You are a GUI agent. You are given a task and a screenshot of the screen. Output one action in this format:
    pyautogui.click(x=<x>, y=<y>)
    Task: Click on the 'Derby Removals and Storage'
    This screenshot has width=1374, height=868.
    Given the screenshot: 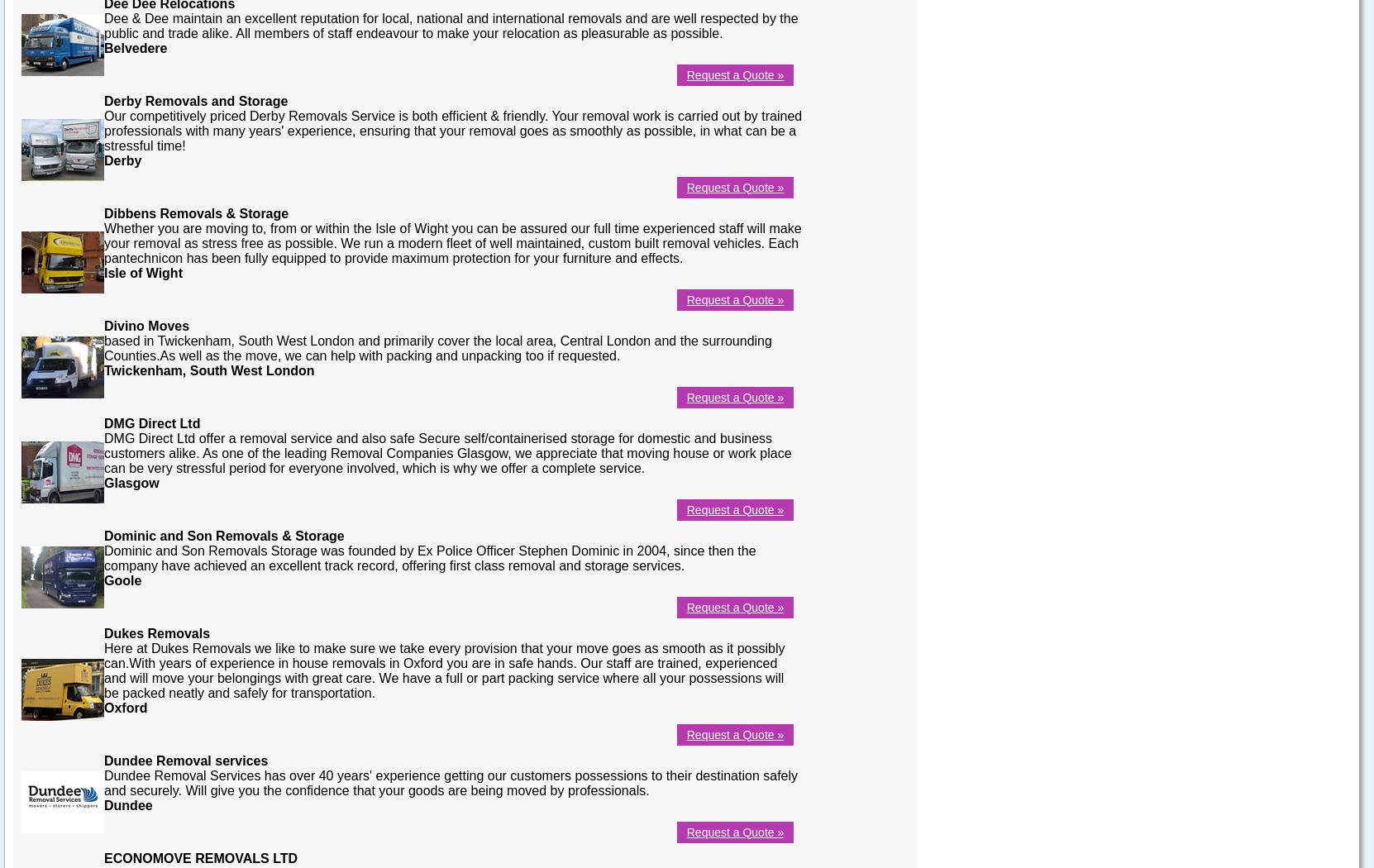 What is the action you would take?
    pyautogui.click(x=195, y=99)
    